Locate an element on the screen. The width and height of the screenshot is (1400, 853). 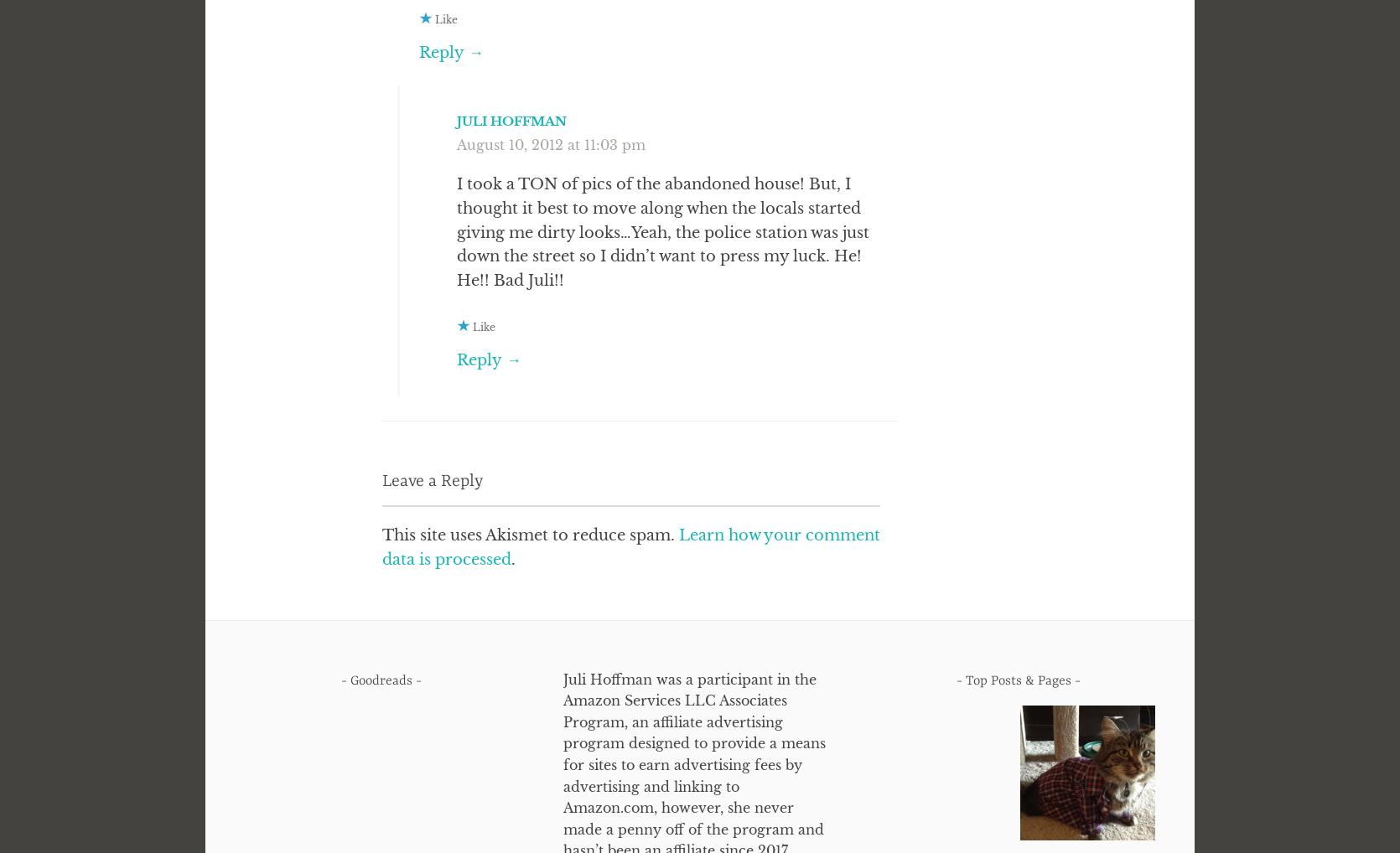
'Leave a Reply' is located at coordinates (381, 480).